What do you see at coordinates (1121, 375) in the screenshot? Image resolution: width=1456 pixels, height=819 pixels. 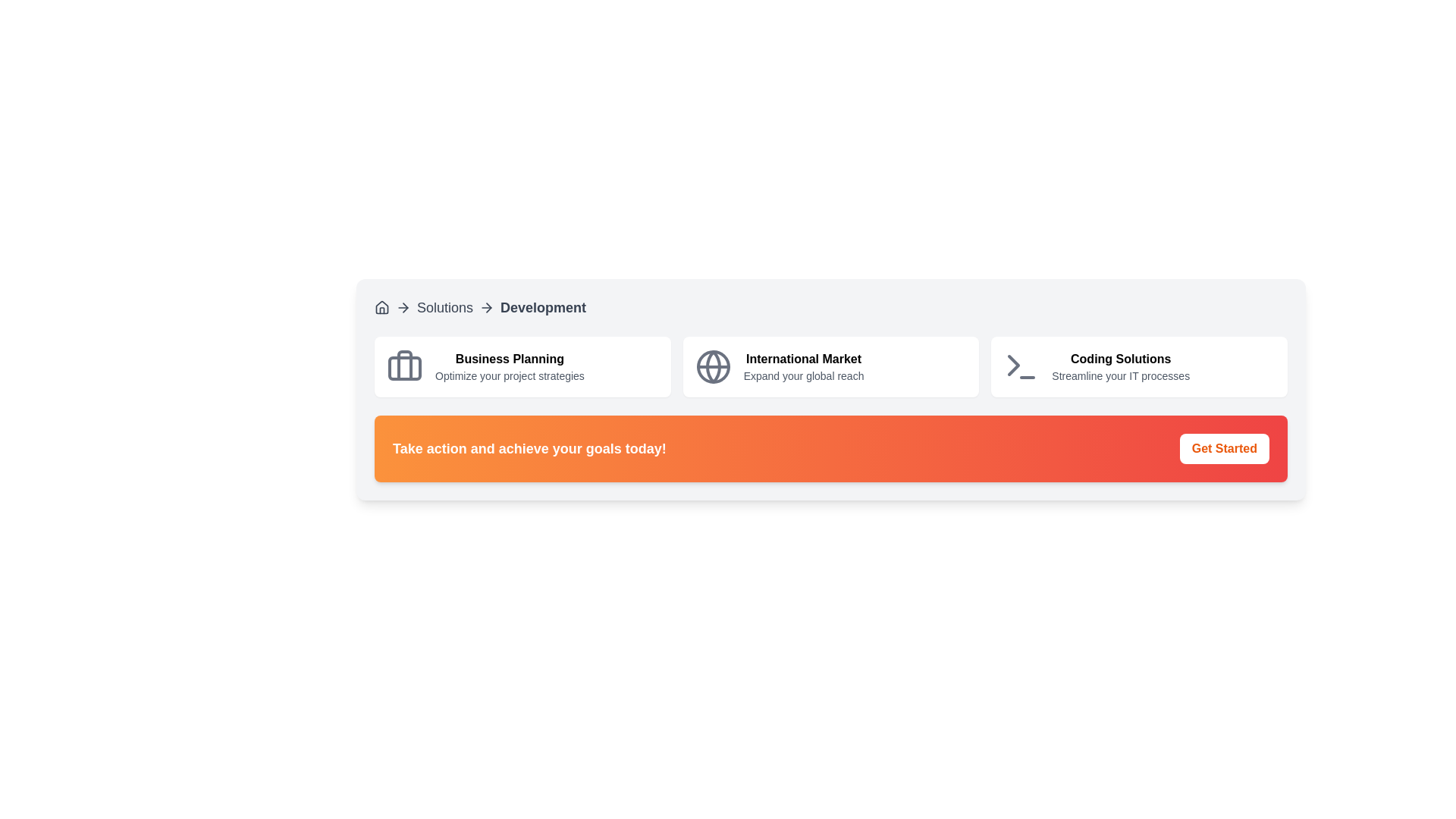 I see `the static text component that provides additional information about the 'Coding Solutions' section, located at the bottom-most part of the rightmost card` at bounding box center [1121, 375].